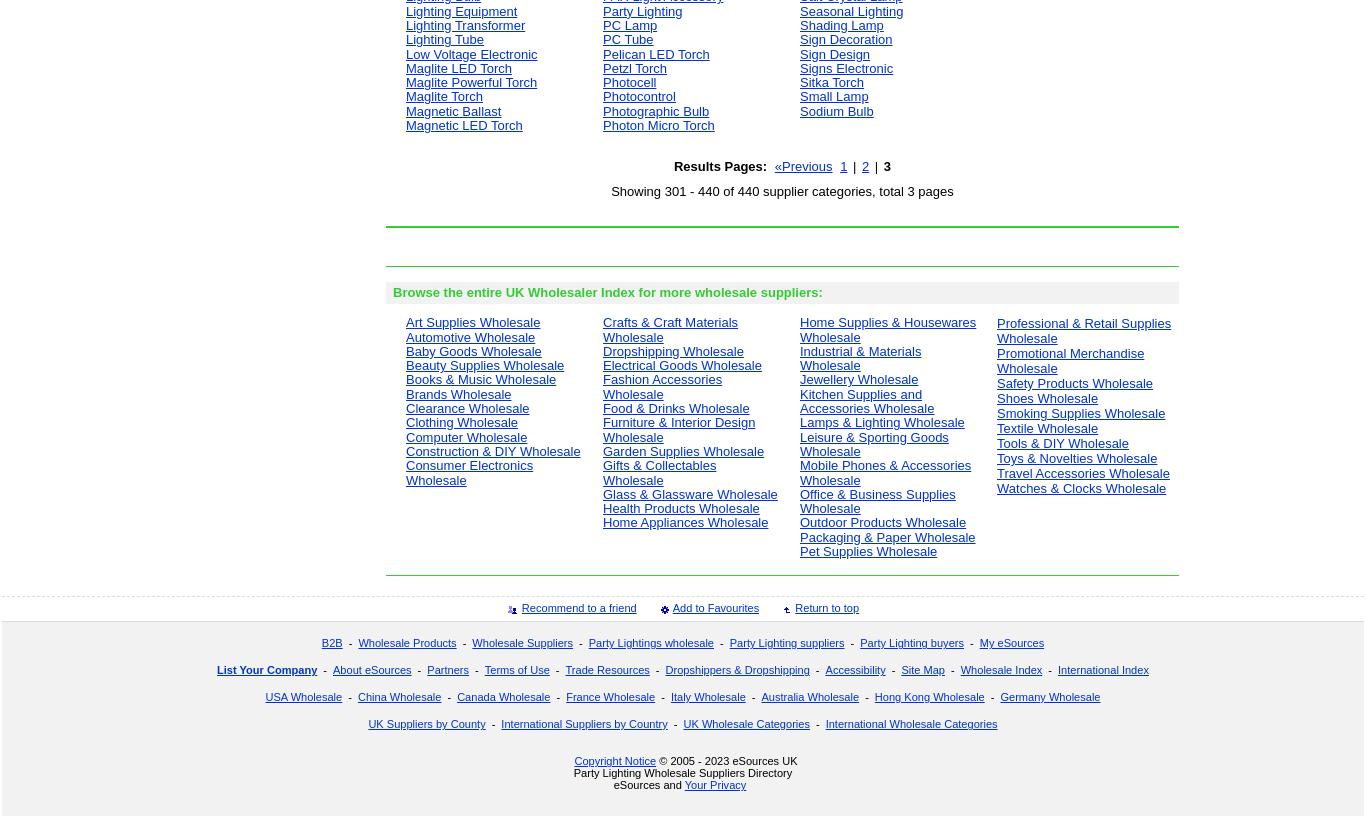 This screenshot has width=1366, height=831. Describe the element at coordinates (503, 695) in the screenshot. I see `'Canada Wholesale'` at that location.